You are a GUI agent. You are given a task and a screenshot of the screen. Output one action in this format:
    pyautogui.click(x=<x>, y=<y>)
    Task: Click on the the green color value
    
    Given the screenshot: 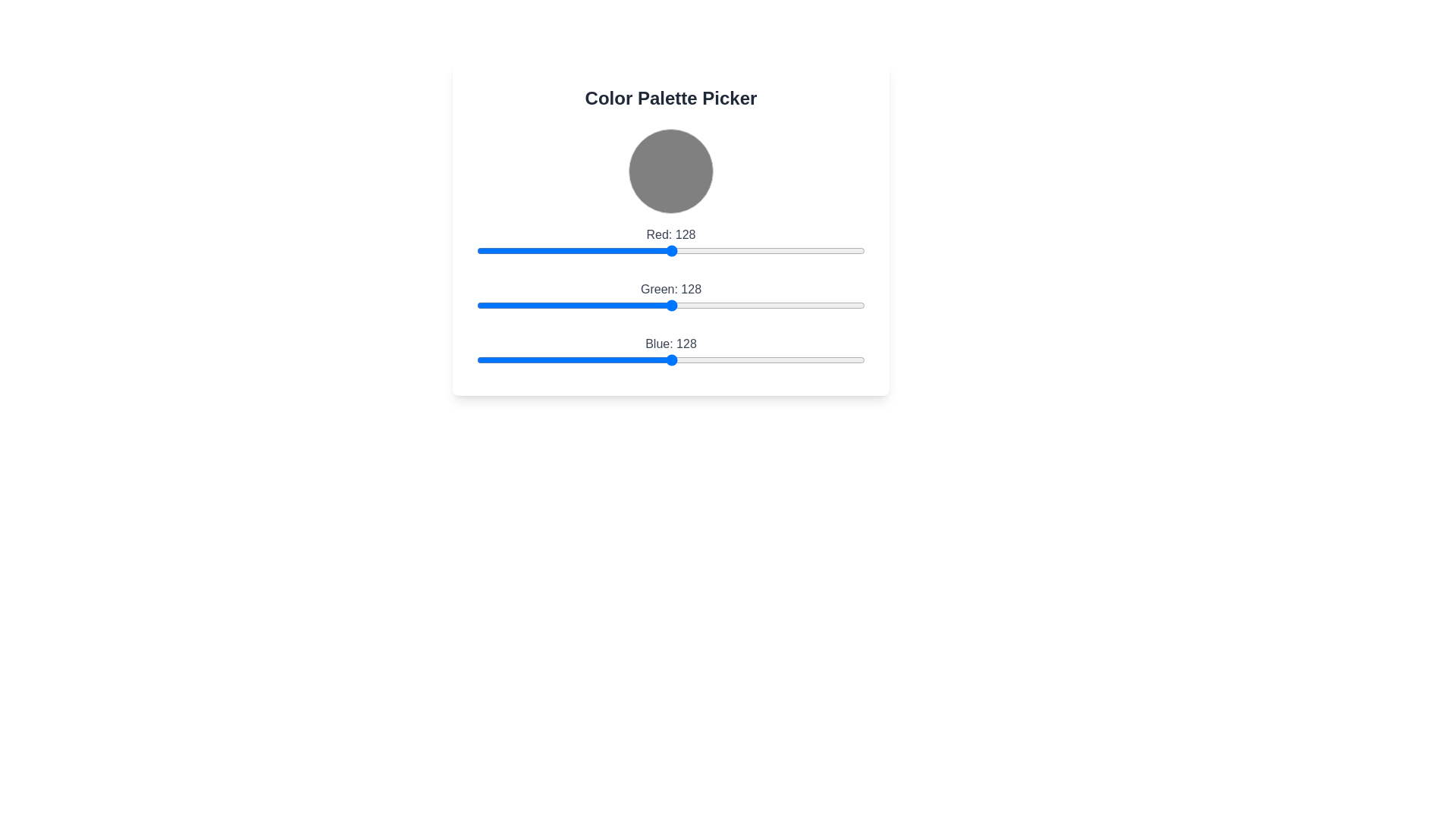 What is the action you would take?
    pyautogui.click(x=784, y=305)
    